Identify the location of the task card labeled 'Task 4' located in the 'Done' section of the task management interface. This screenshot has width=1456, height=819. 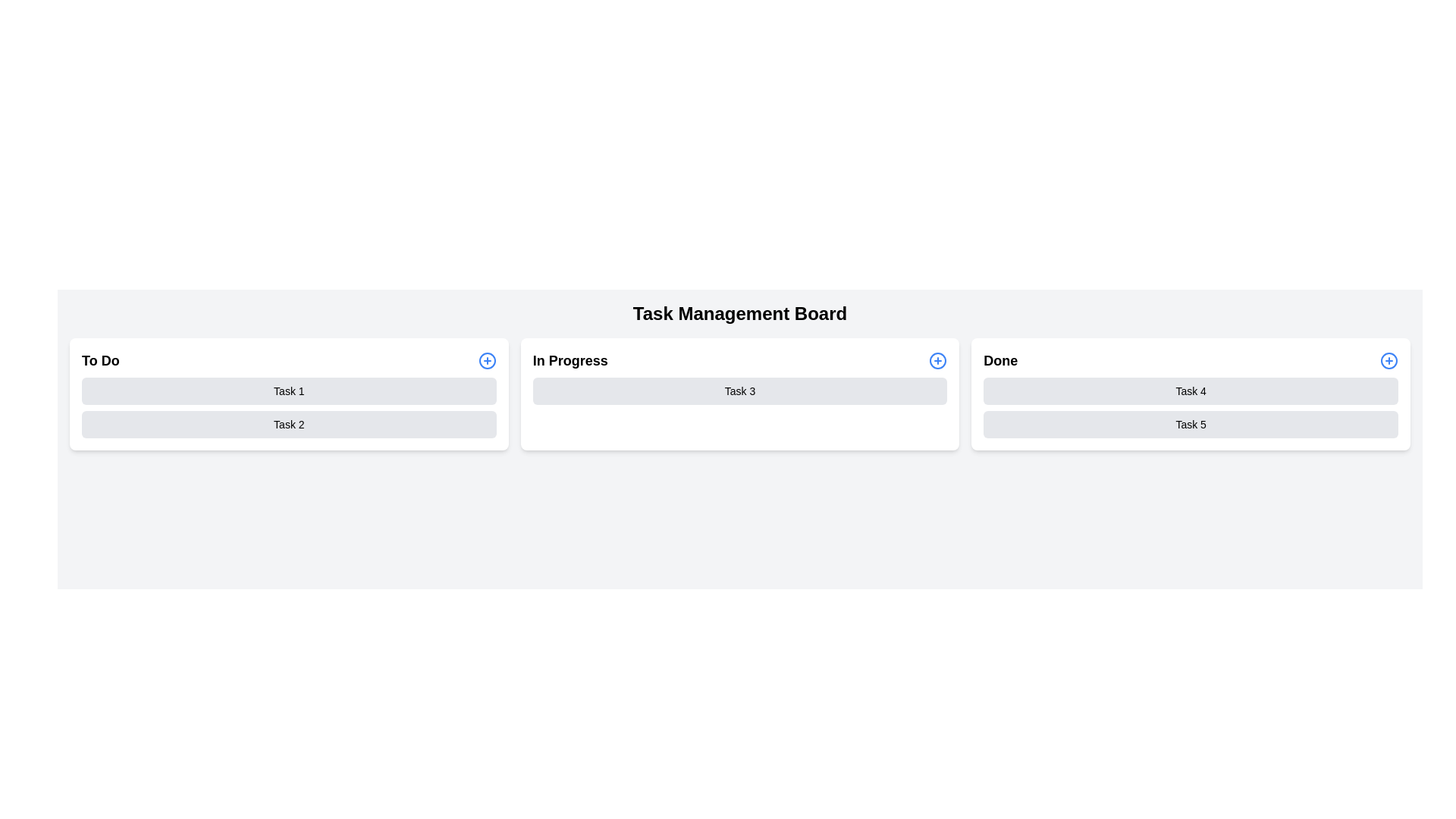
(1190, 391).